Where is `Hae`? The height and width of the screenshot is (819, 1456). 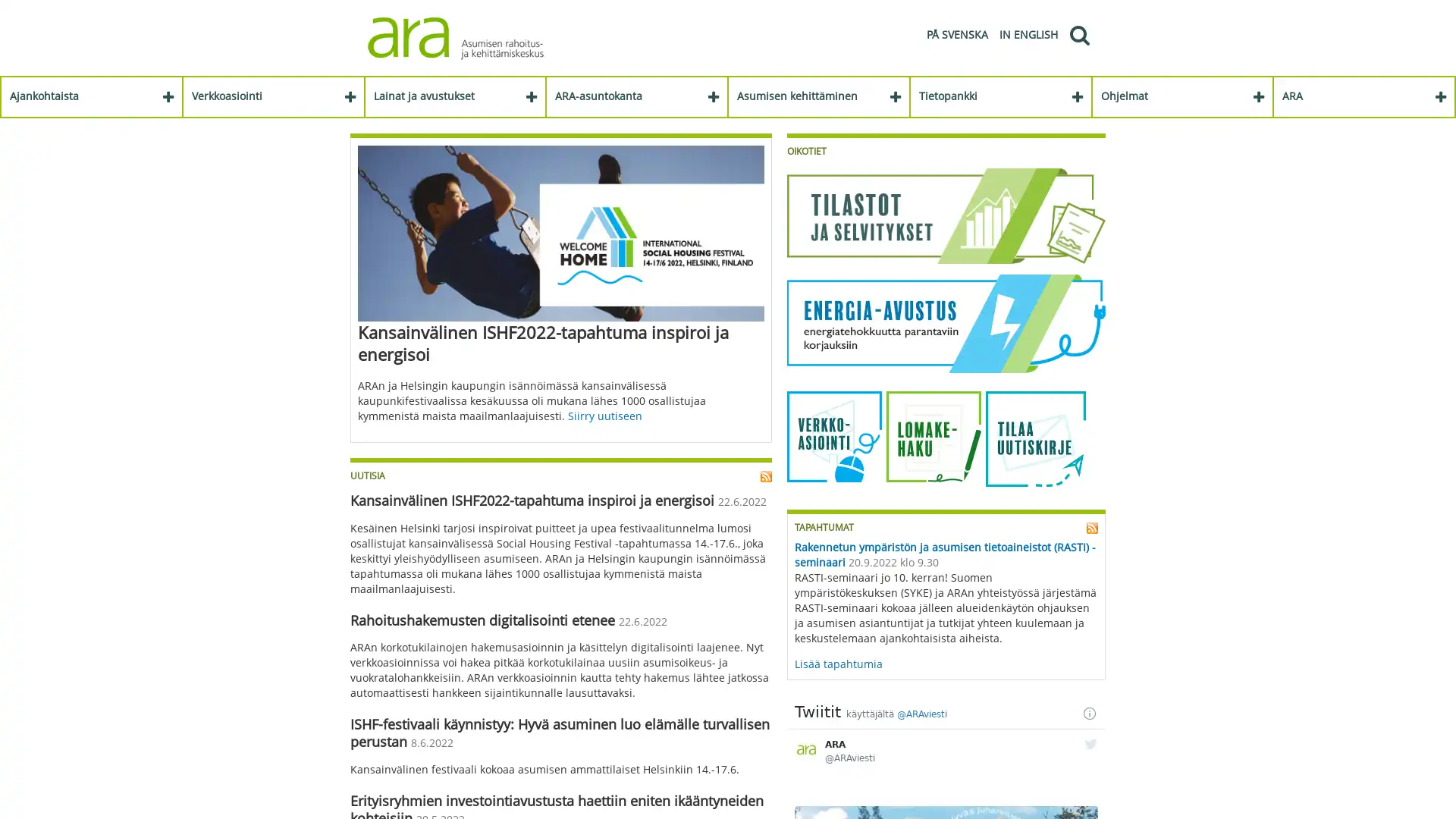
Hae is located at coordinates (1078, 34).